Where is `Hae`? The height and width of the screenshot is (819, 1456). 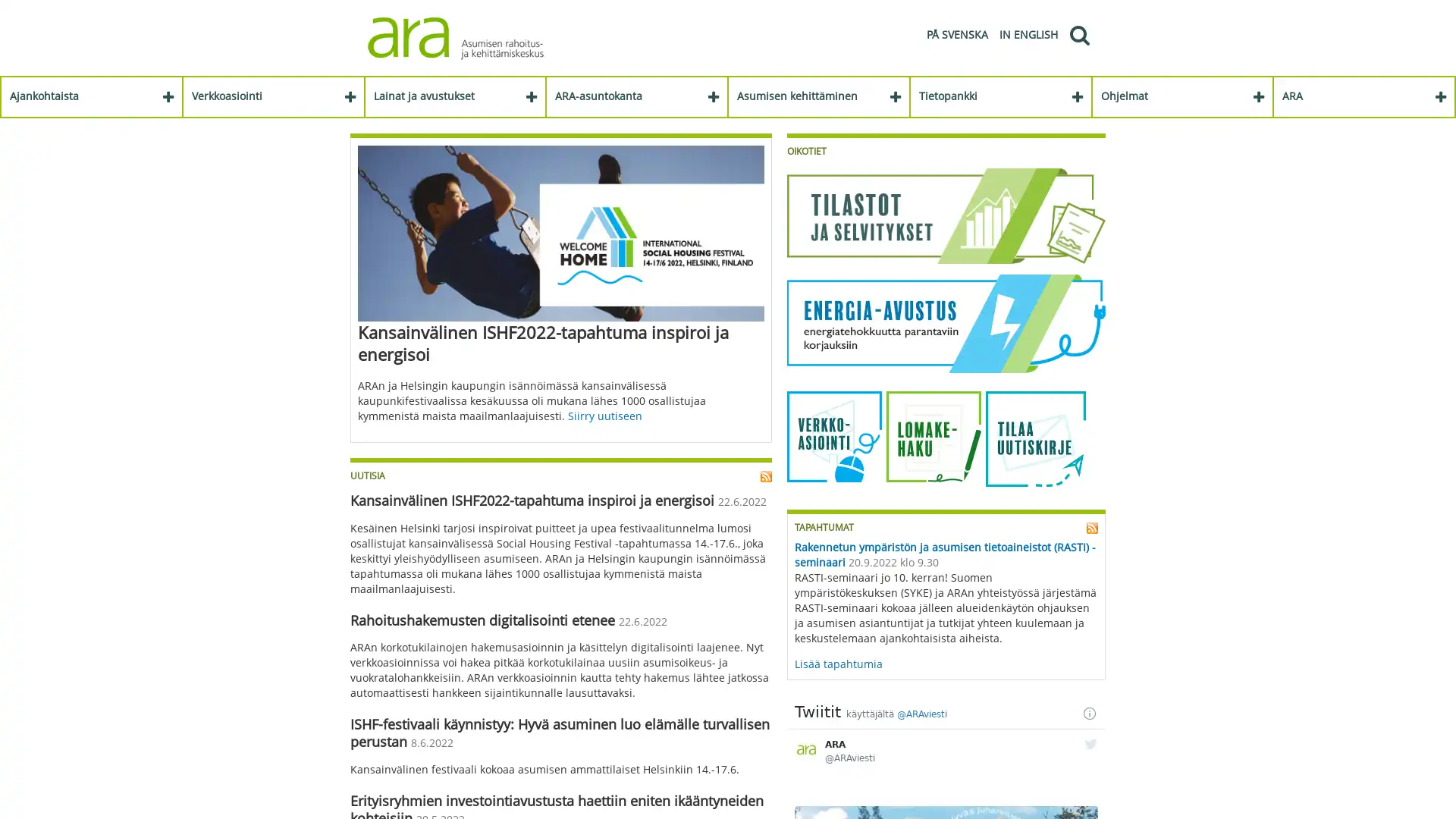
Hae is located at coordinates (1078, 34).